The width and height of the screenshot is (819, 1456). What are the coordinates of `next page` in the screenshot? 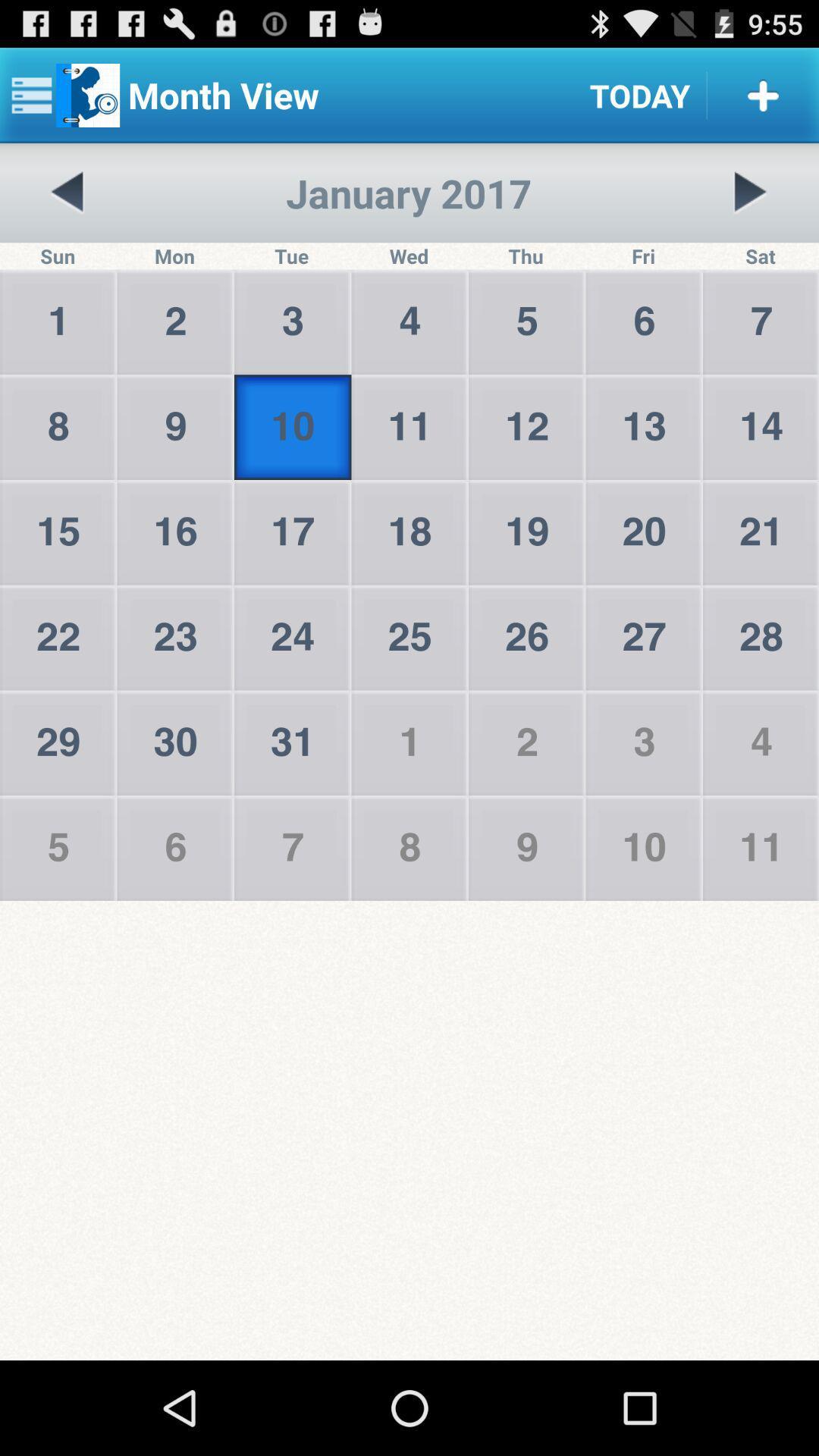 It's located at (749, 192).